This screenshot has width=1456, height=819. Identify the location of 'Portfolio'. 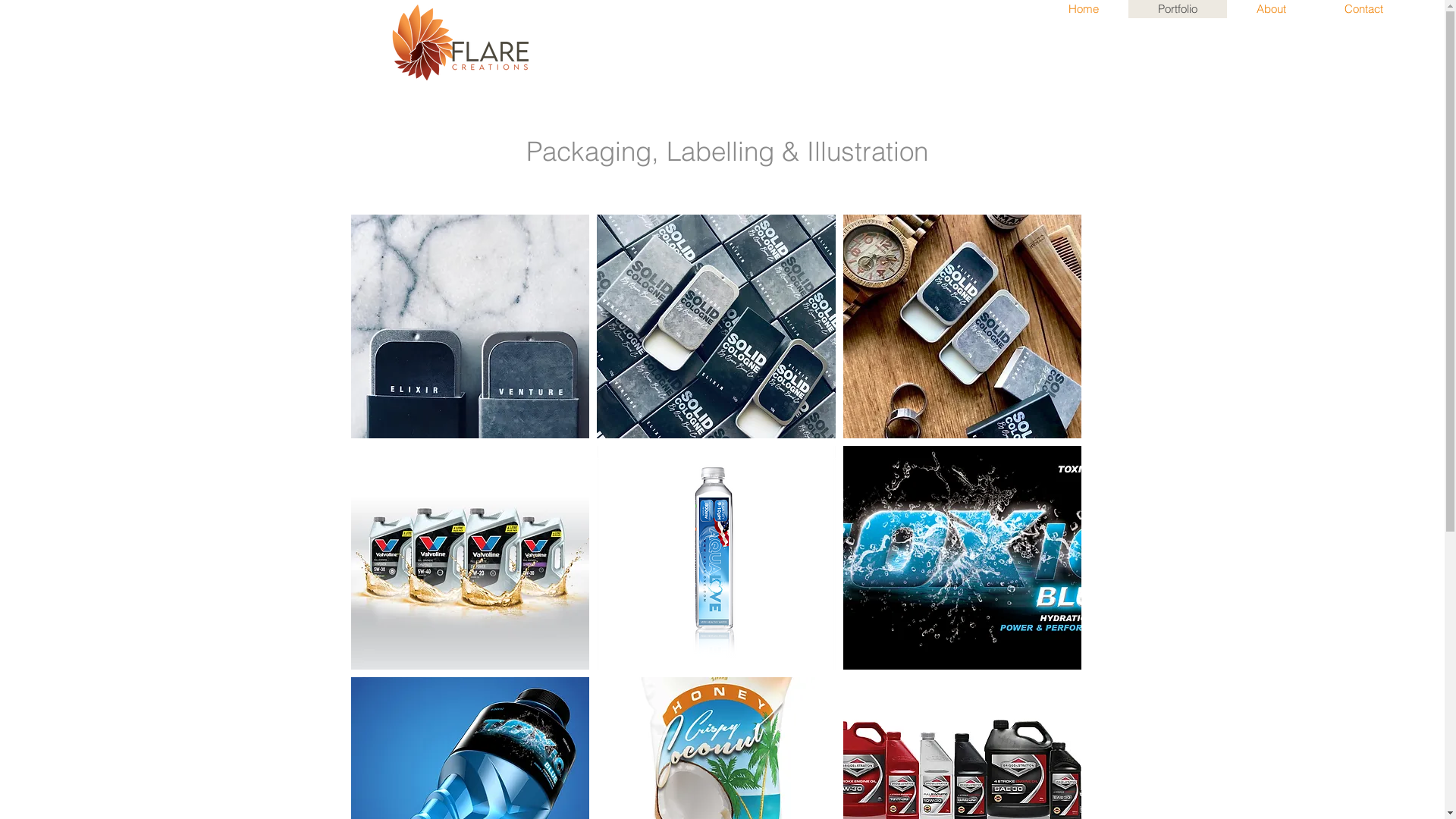
(1128, 8).